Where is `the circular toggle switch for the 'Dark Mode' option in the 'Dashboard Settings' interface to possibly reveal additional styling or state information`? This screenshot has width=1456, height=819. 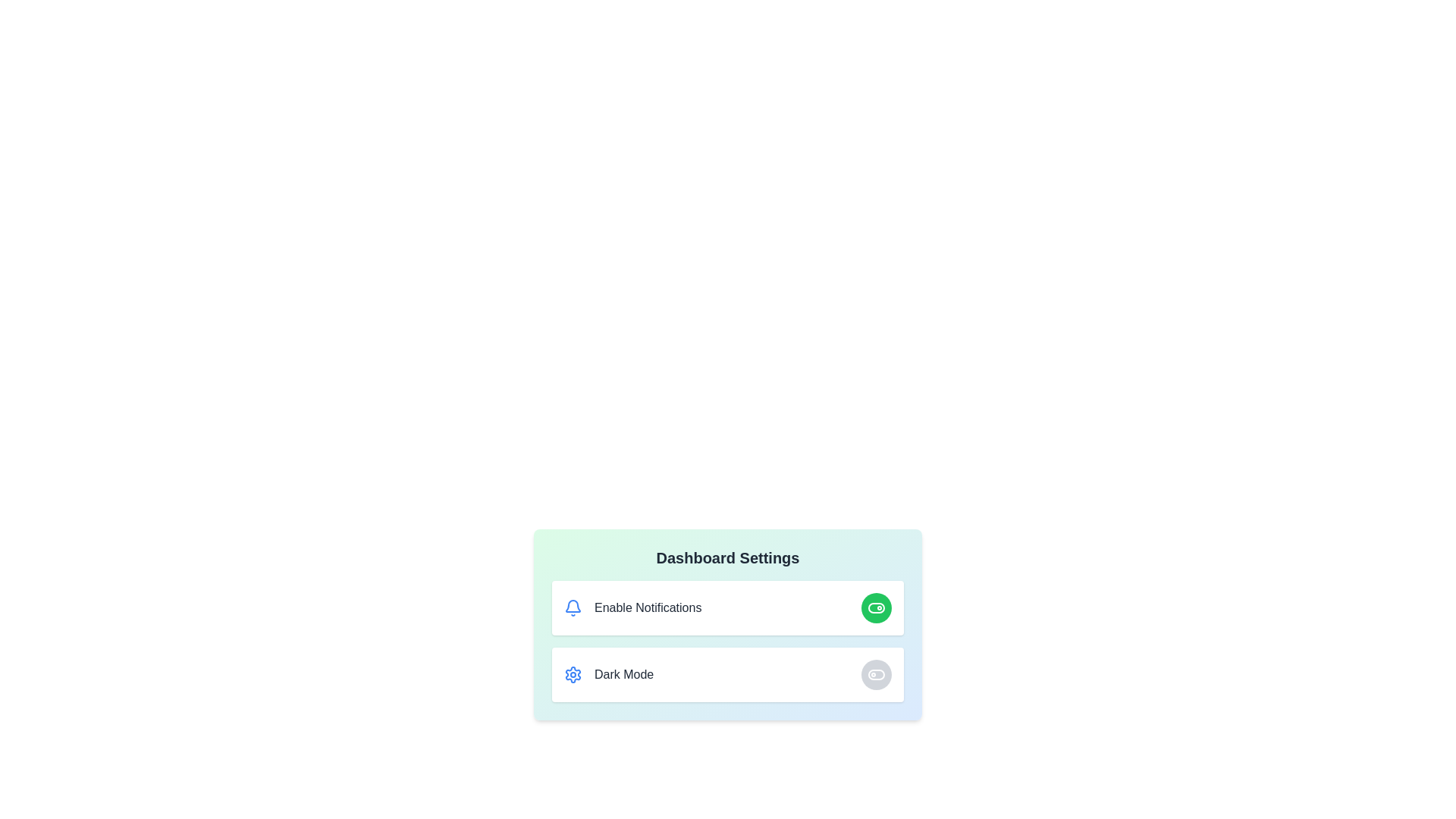
the circular toggle switch for the 'Dark Mode' option in the 'Dashboard Settings' interface to possibly reveal additional styling or state information is located at coordinates (877, 674).